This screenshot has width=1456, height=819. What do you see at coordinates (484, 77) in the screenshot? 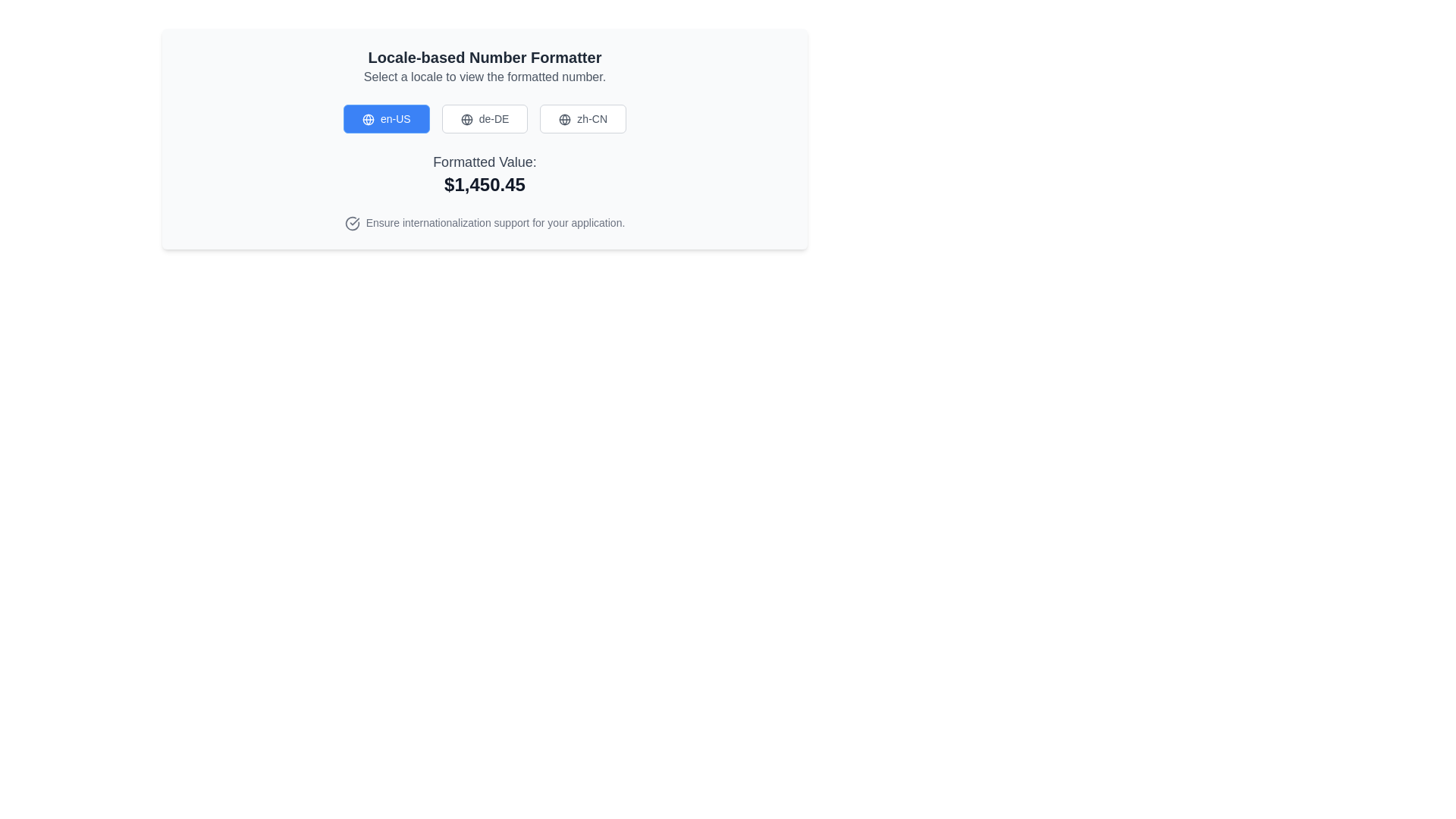
I see `the text label that provides instructions for selecting a locale to observe formatted numerical data, located below the header 'Locale-based Number Formatter'` at bounding box center [484, 77].